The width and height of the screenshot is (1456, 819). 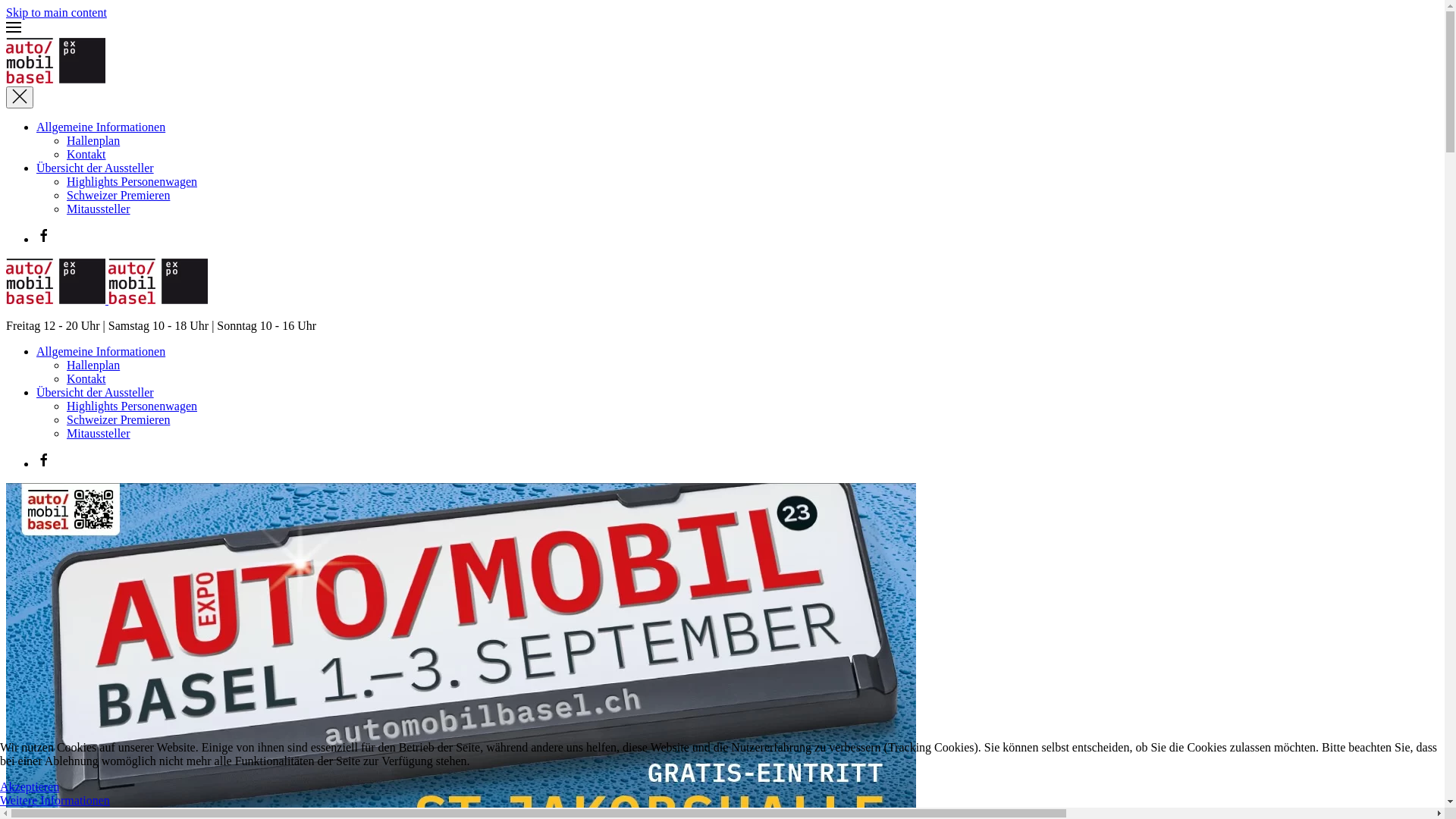 What do you see at coordinates (65, 378) in the screenshot?
I see `'Kontakt'` at bounding box center [65, 378].